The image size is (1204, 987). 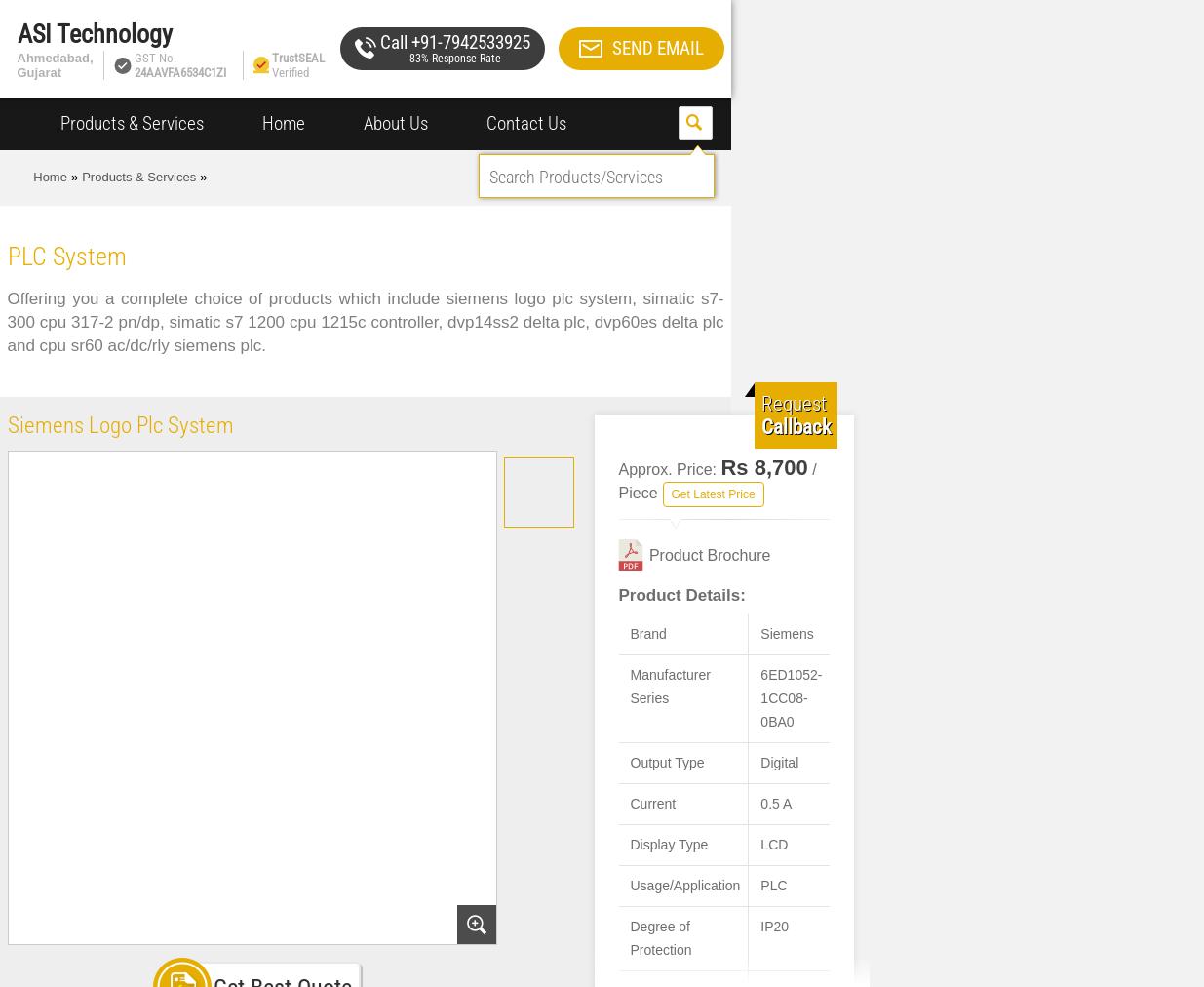 I want to click on 'Siemens Logo Plc System', so click(x=6, y=425).